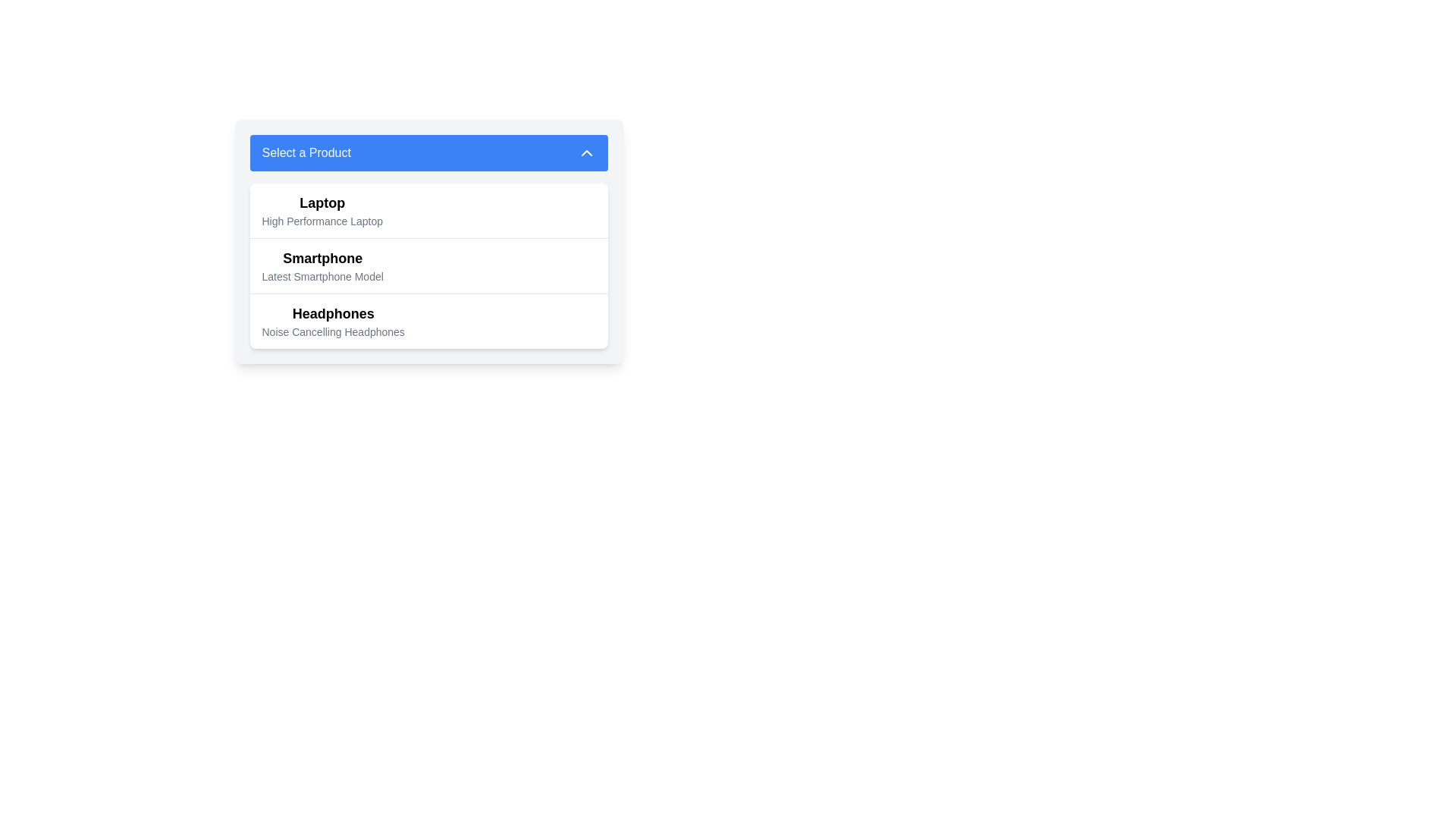  Describe the element at coordinates (322, 221) in the screenshot. I see `text of the label stating 'High Performance Laptop', which is located below the bold 'Laptop' header within a dropdown panel` at that location.